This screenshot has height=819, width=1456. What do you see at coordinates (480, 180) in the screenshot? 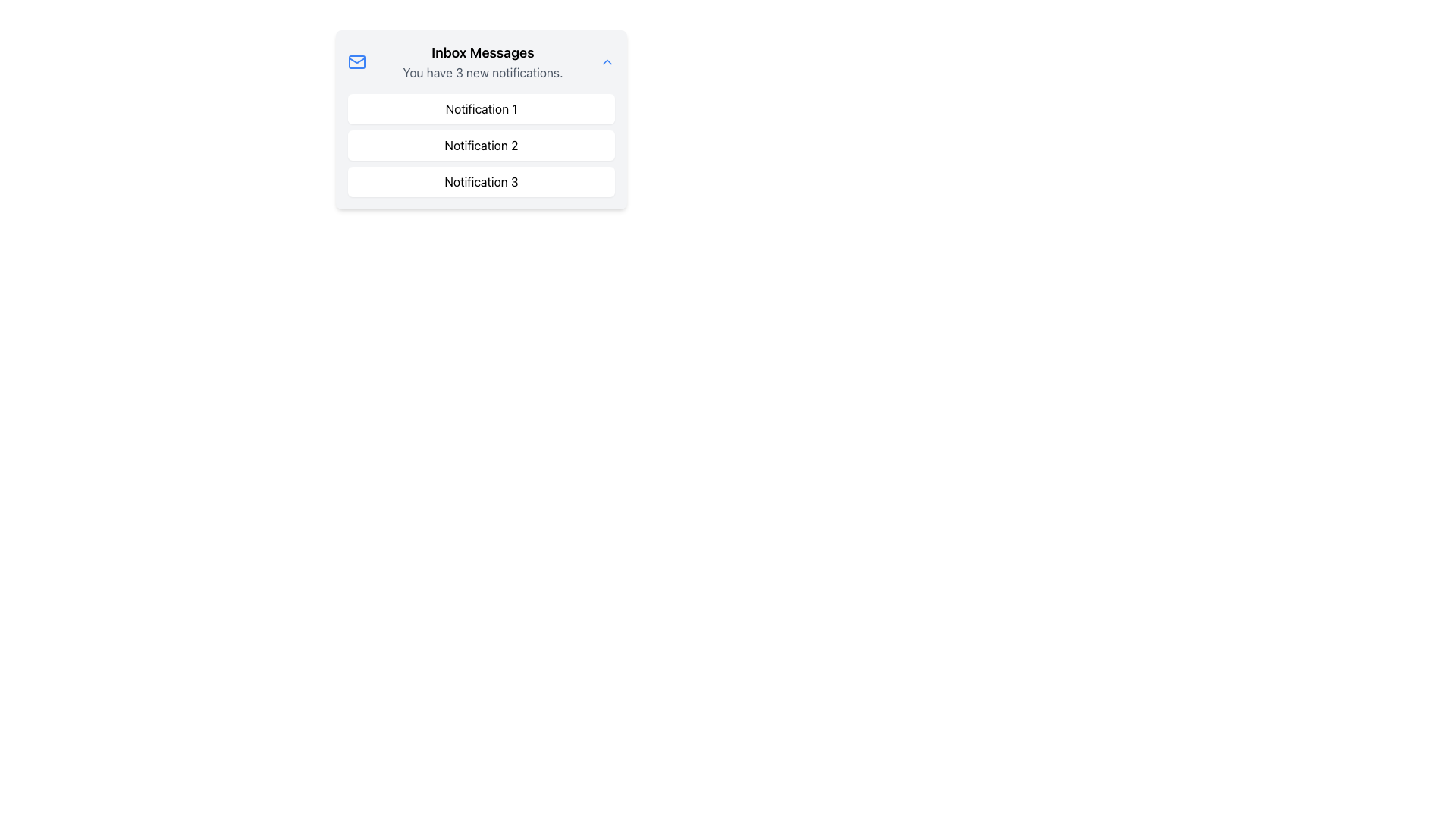
I see `the Notification entry that contains the text 'Notification 3', which is the third item in the vertically-stacked list of notifications` at bounding box center [480, 180].